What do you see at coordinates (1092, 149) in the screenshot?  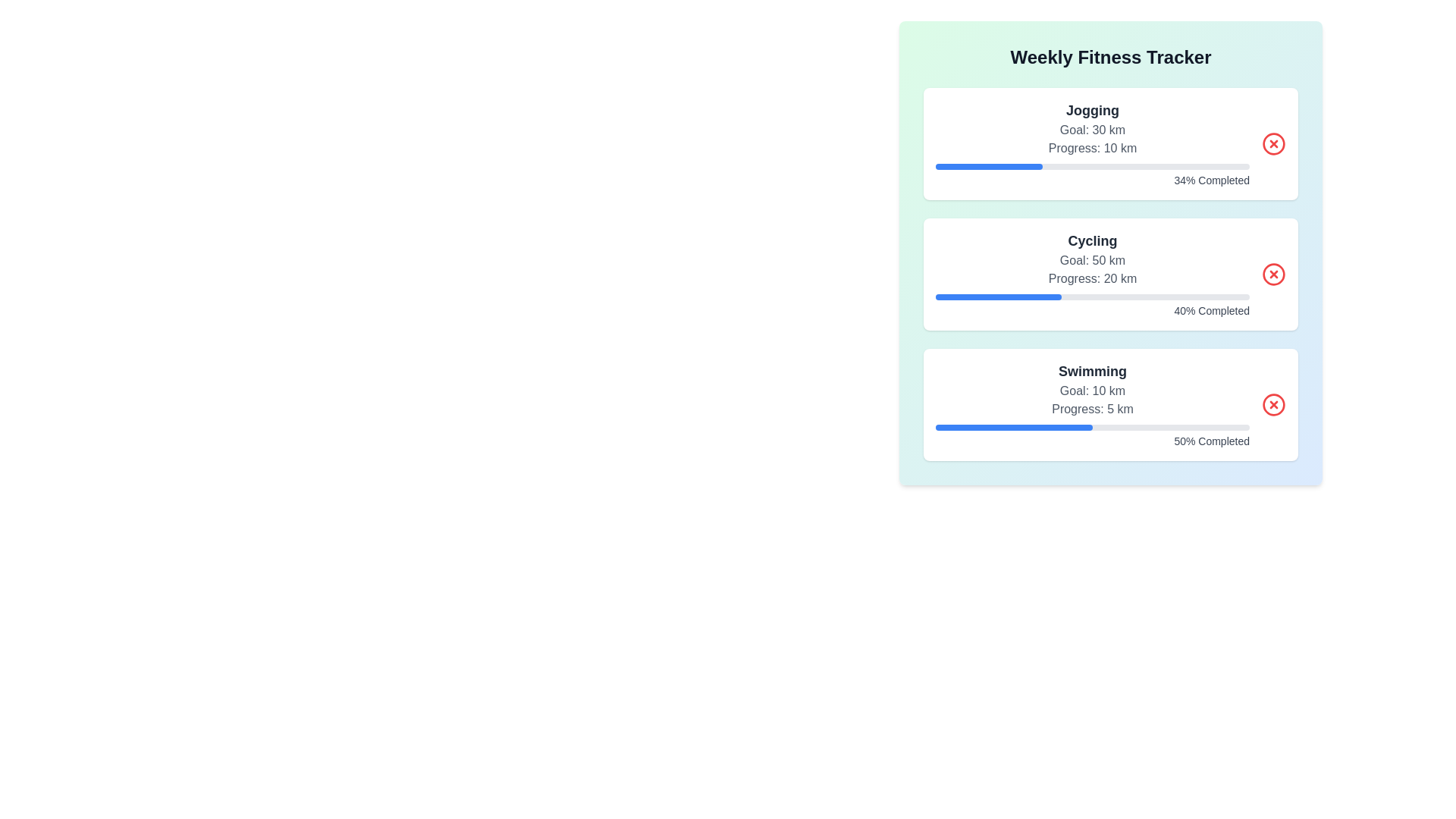 I see `the text label indicating the current progress of the jogging activity in kilometers, which is the third item in a vertical stack within the jogging progress card` at bounding box center [1092, 149].